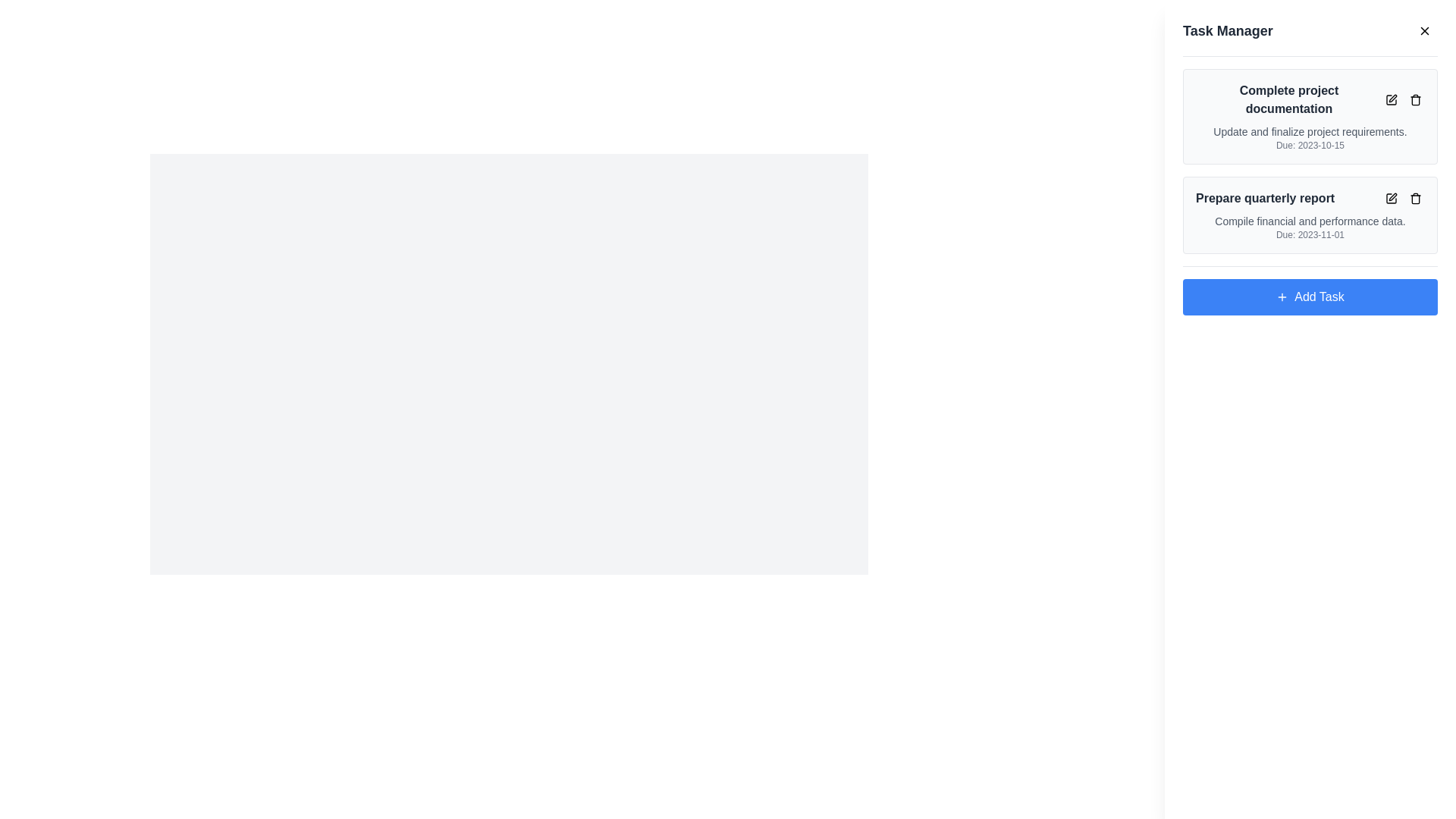 The width and height of the screenshot is (1456, 819). I want to click on the trash bin icon, which visually represents the delete action for removing a task item, so click(1415, 198).